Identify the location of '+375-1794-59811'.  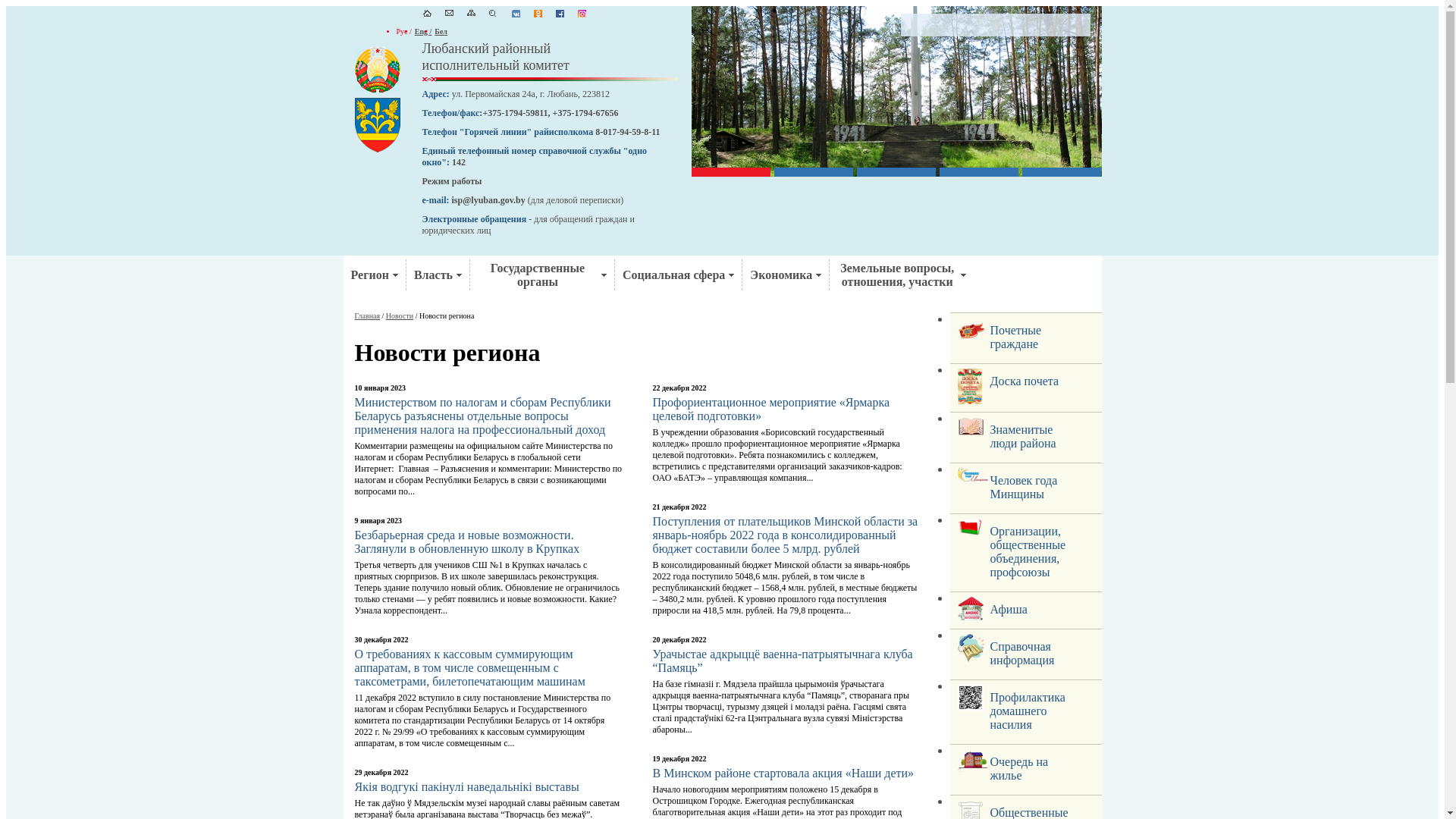
(514, 112).